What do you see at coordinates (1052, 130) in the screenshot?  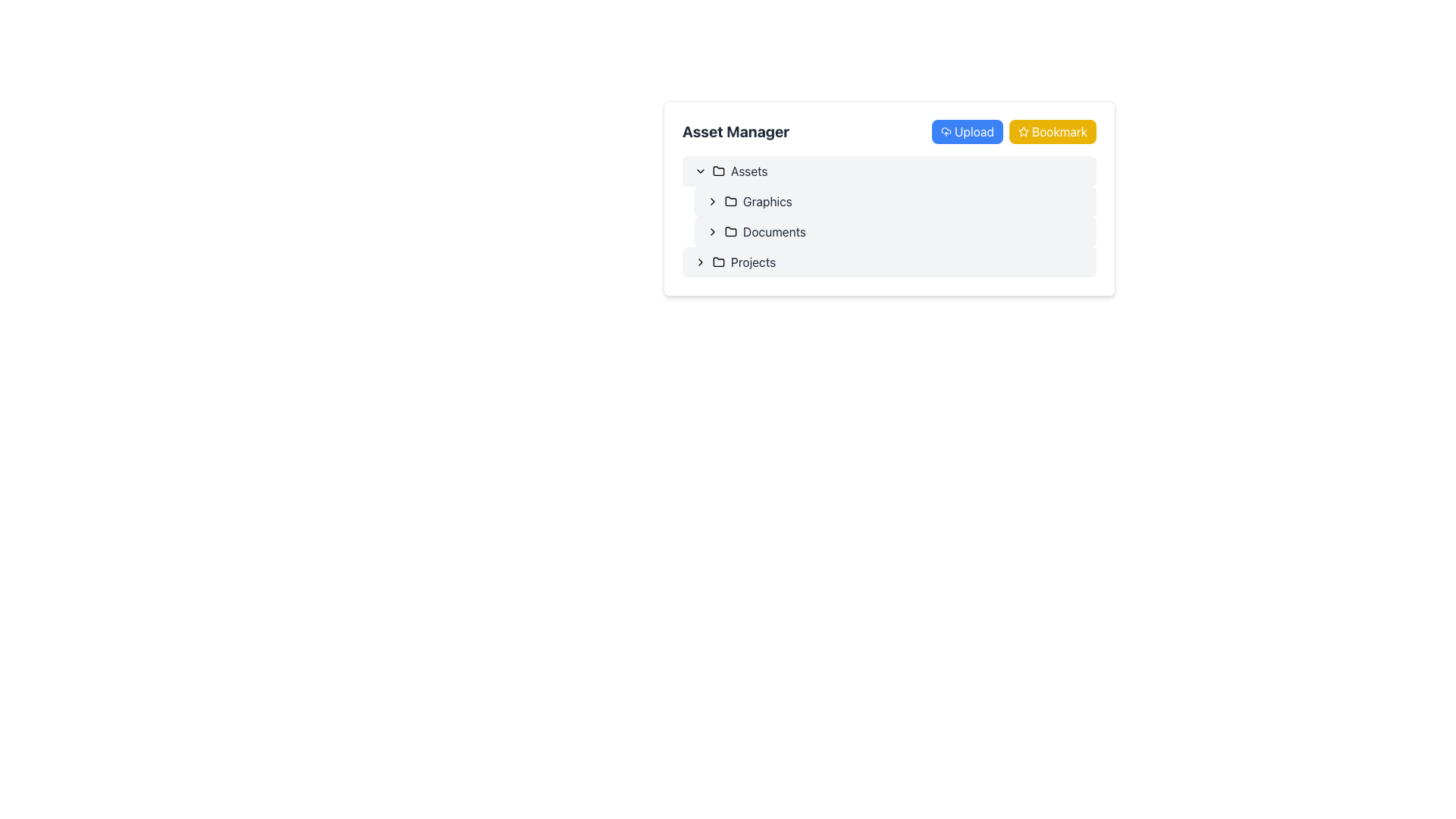 I see `the 'Bookmark' button with a yellow background, white text, and star icon` at bounding box center [1052, 130].